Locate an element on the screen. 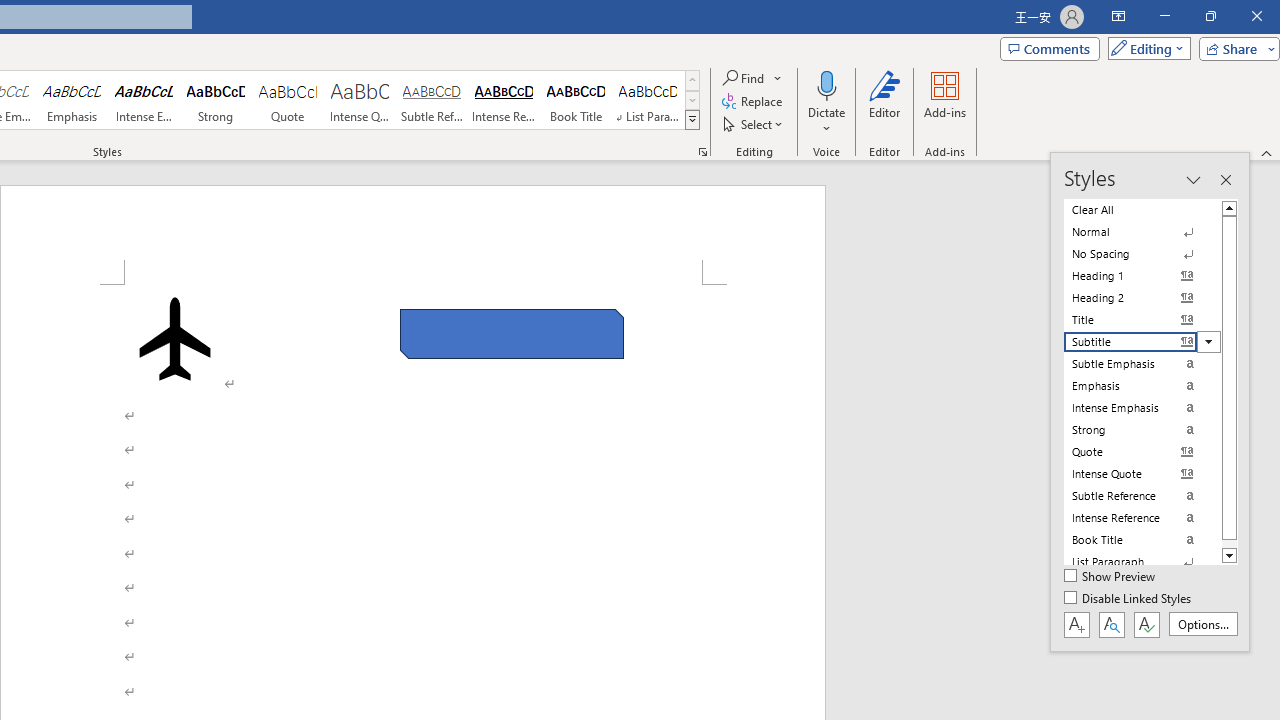 The height and width of the screenshot is (720, 1280). 'Strong' is located at coordinates (216, 100).